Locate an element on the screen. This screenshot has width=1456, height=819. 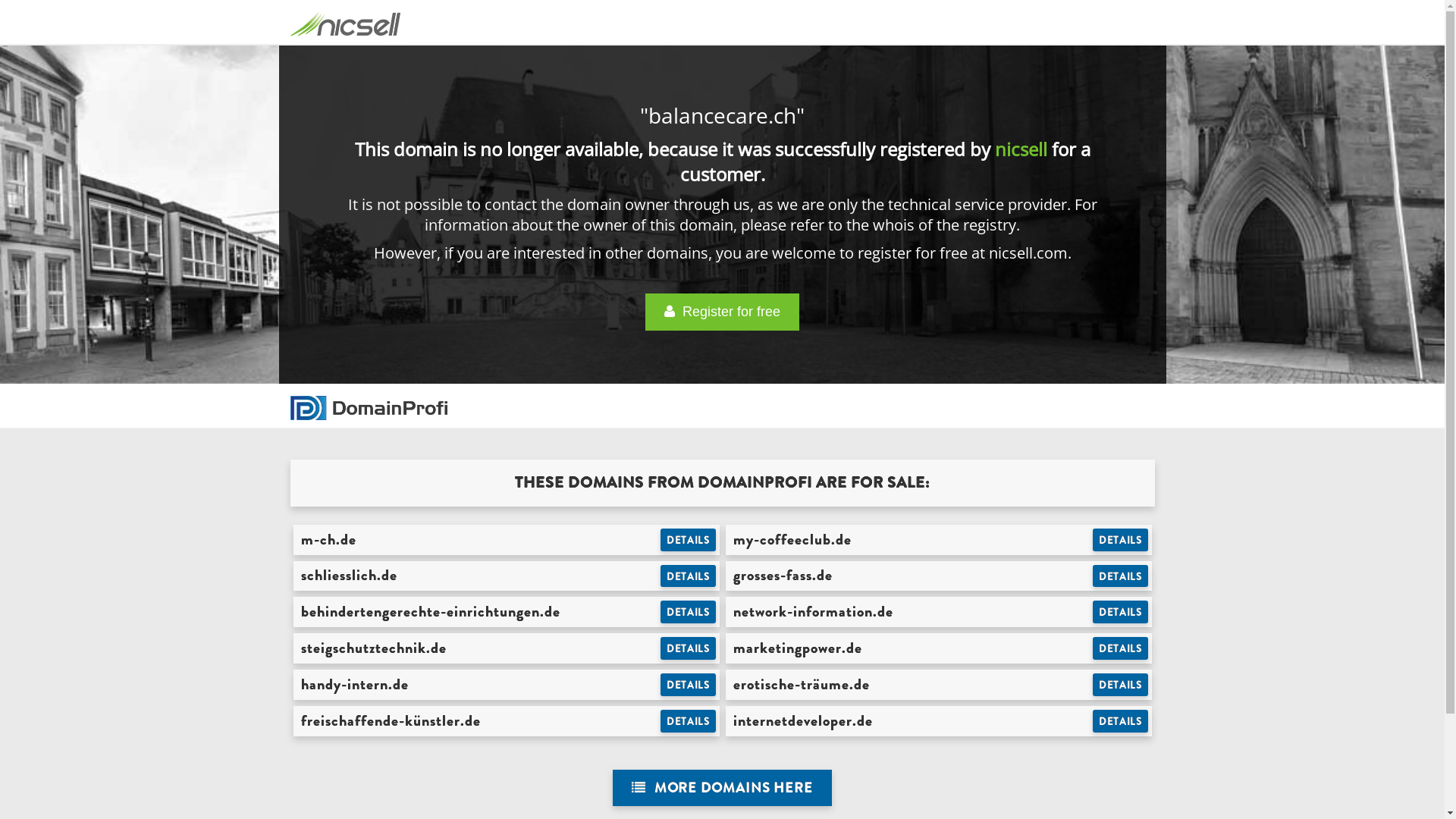
'  Register for free' is located at coordinates (721, 311).